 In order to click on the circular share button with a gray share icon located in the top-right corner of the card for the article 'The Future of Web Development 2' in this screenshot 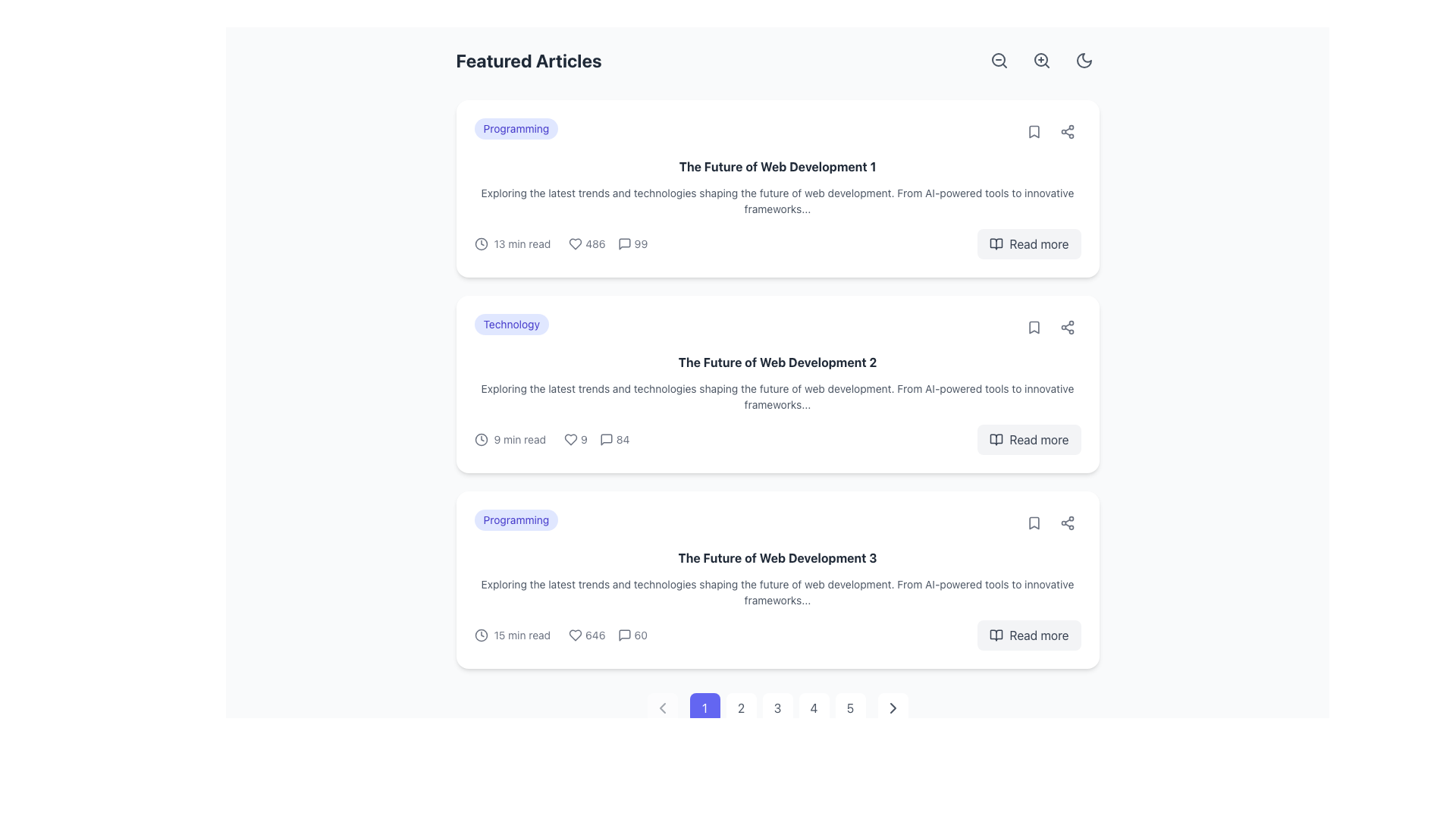, I will do `click(1066, 327)`.